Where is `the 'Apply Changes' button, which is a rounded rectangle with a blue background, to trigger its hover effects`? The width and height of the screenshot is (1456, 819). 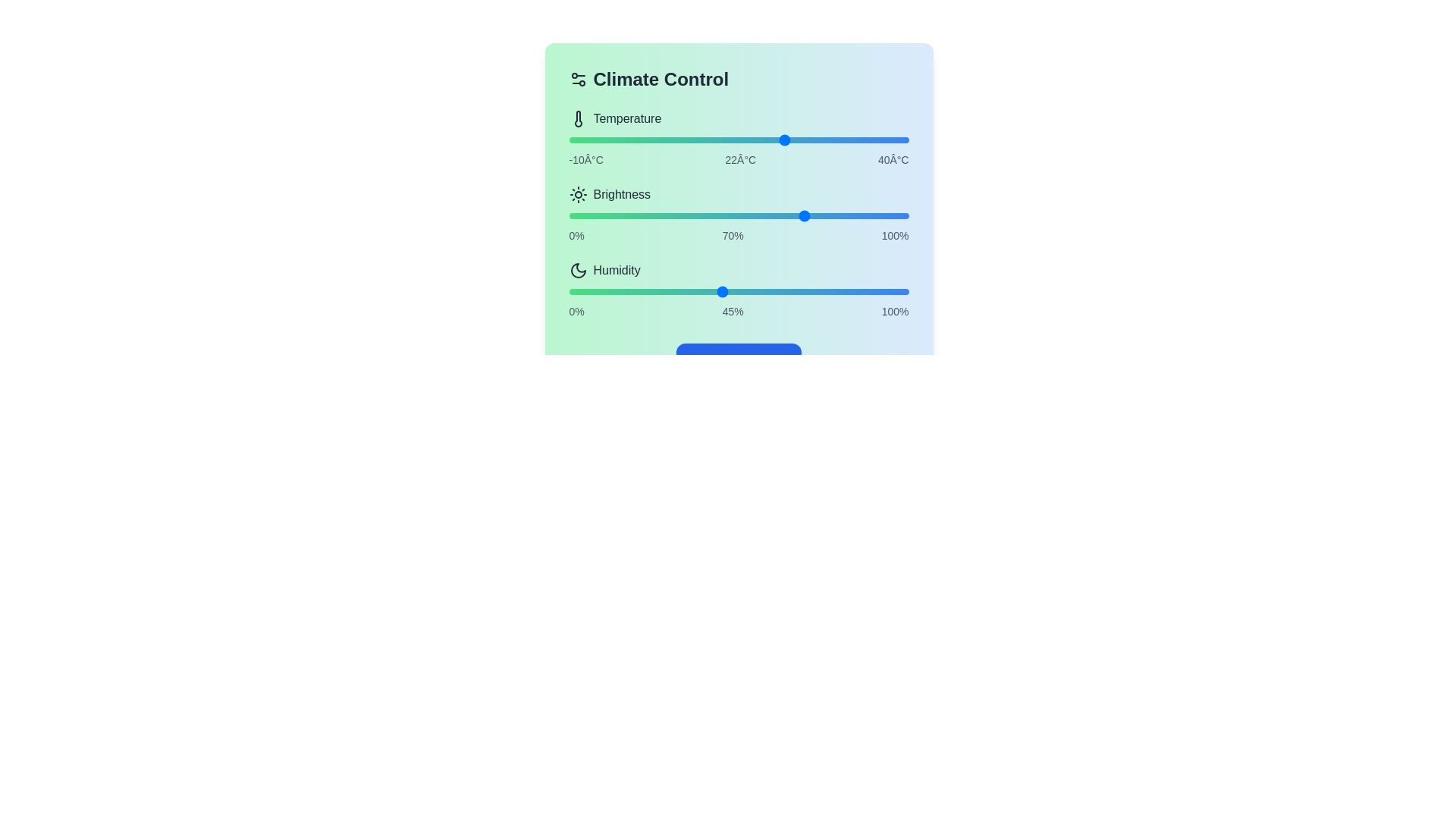
the 'Apply Changes' button, which is a rounded rectangle with a blue background, to trigger its hover effects is located at coordinates (739, 362).